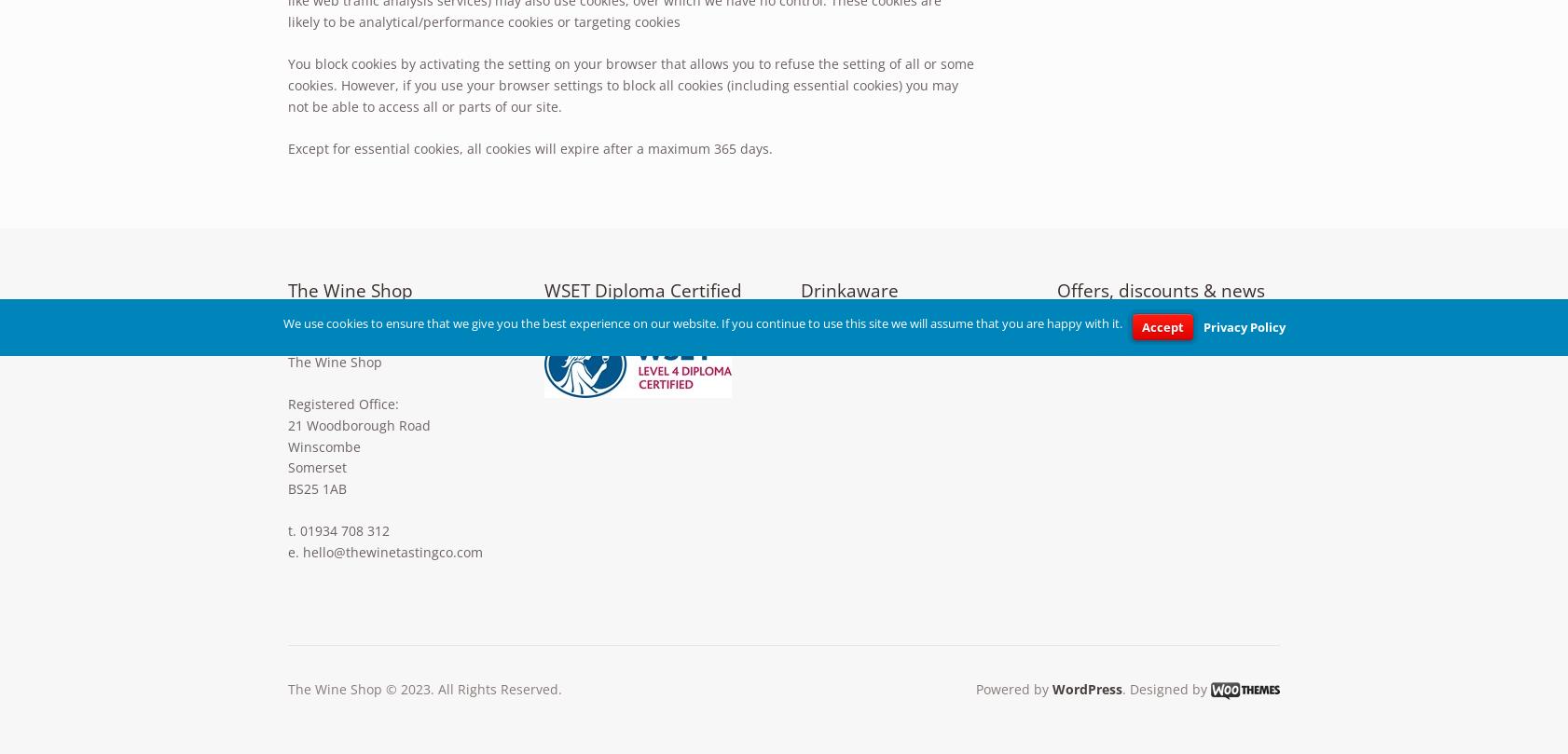 The height and width of the screenshot is (754, 1568). What do you see at coordinates (1012, 688) in the screenshot?
I see `'Powered by'` at bounding box center [1012, 688].